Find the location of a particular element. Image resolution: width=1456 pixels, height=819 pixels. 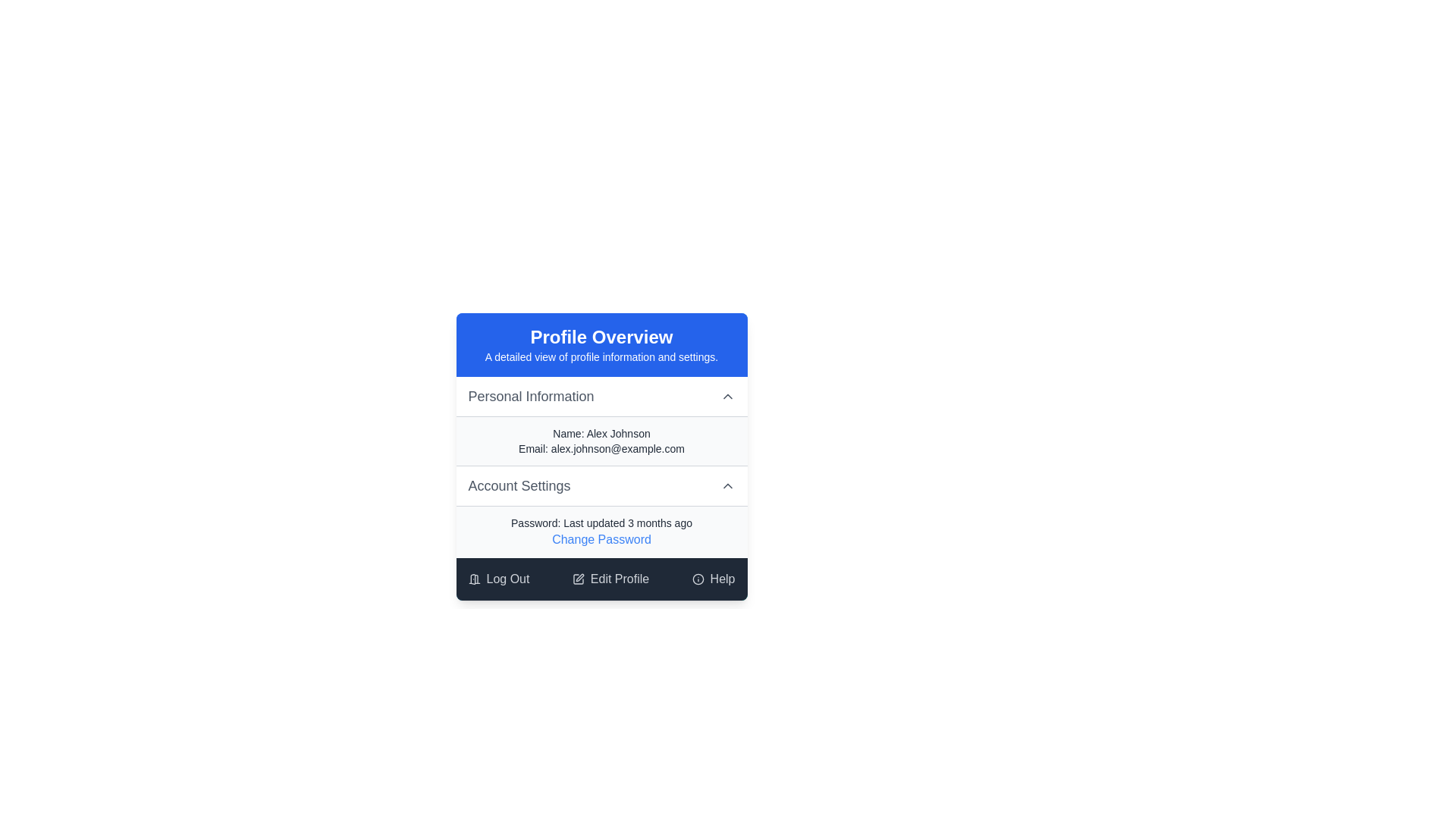

the edit profile SVG icon, which is the second button from the left in the bottom control panel of the dialog window is located at coordinates (579, 578).